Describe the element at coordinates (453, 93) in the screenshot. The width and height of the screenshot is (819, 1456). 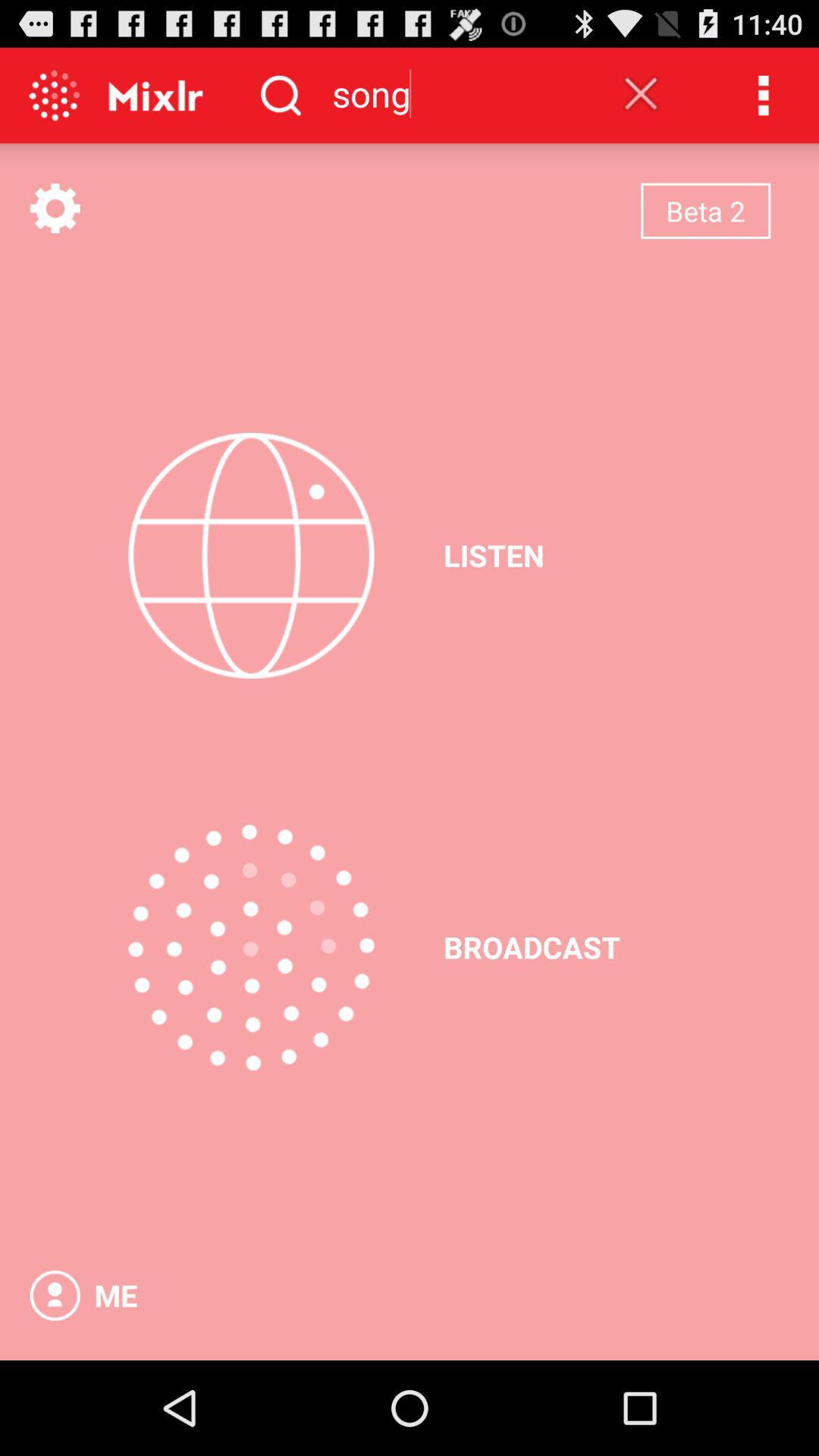
I see `song icon` at that location.